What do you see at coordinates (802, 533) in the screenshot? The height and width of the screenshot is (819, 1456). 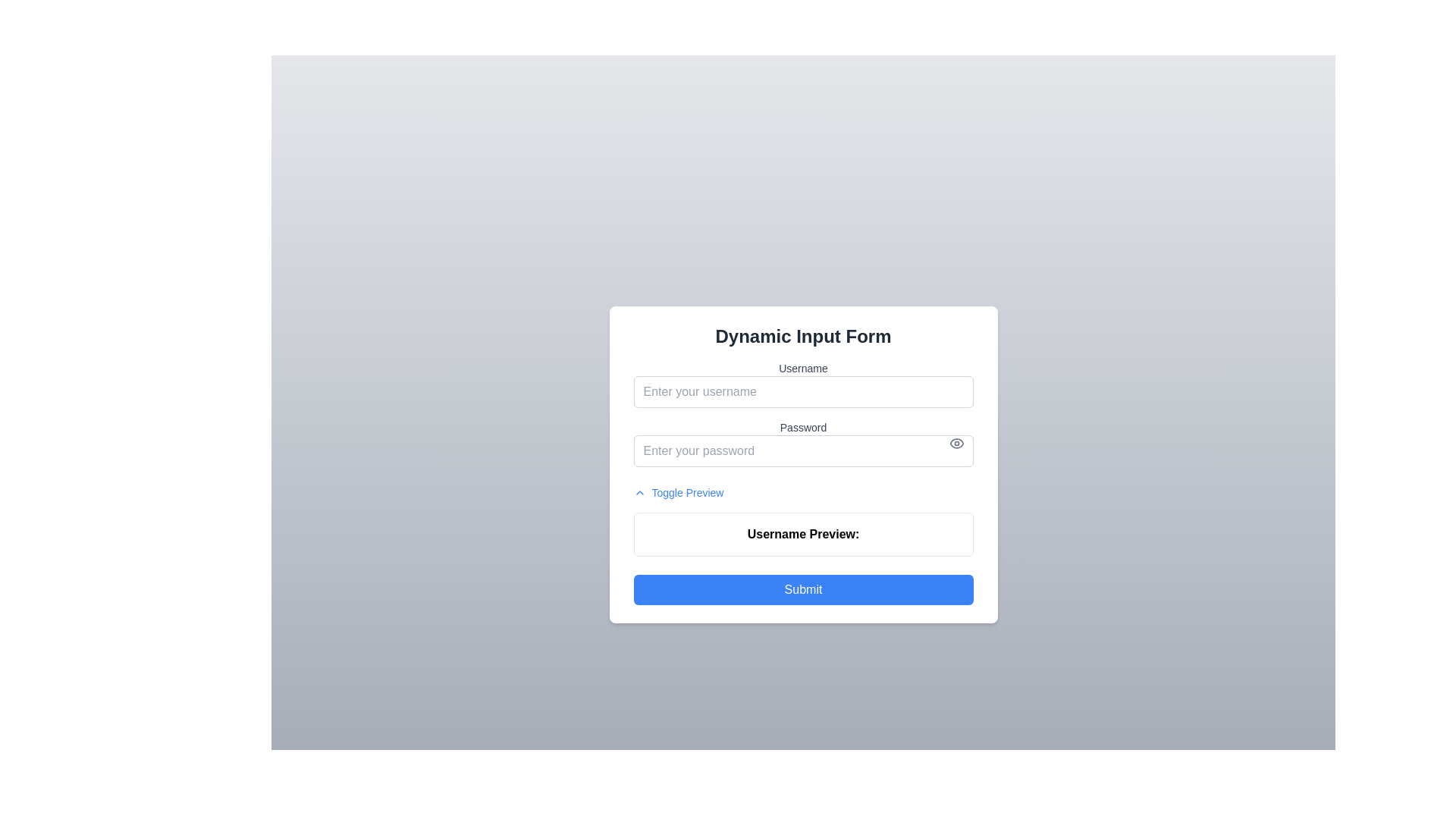 I see `the Text label that provides guidance or categorization, located below the 'Toggle Preview' section and above the text input and 'Submit' button` at bounding box center [802, 533].